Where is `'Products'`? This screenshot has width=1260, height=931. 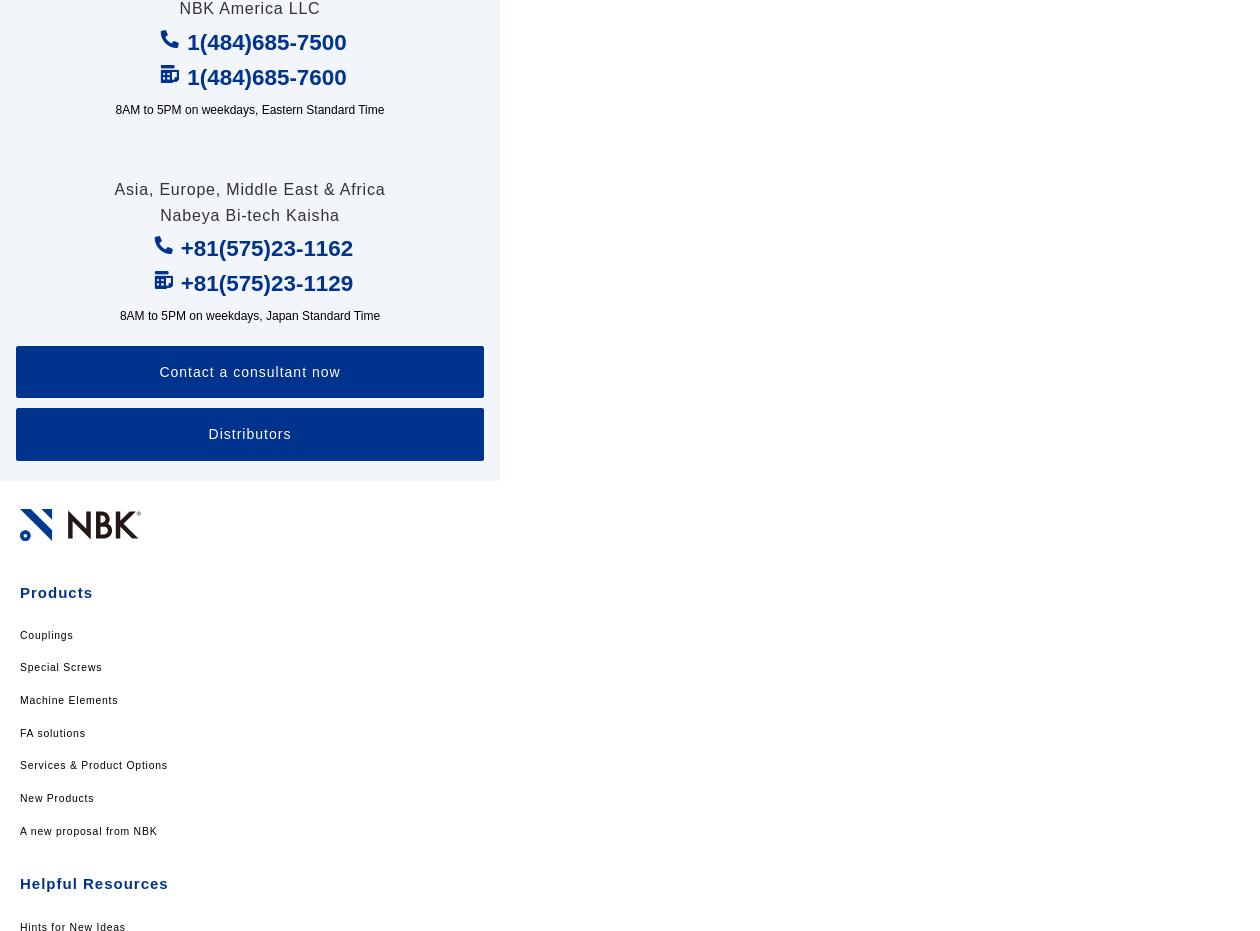
'Products' is located at coordinates (56, 590).